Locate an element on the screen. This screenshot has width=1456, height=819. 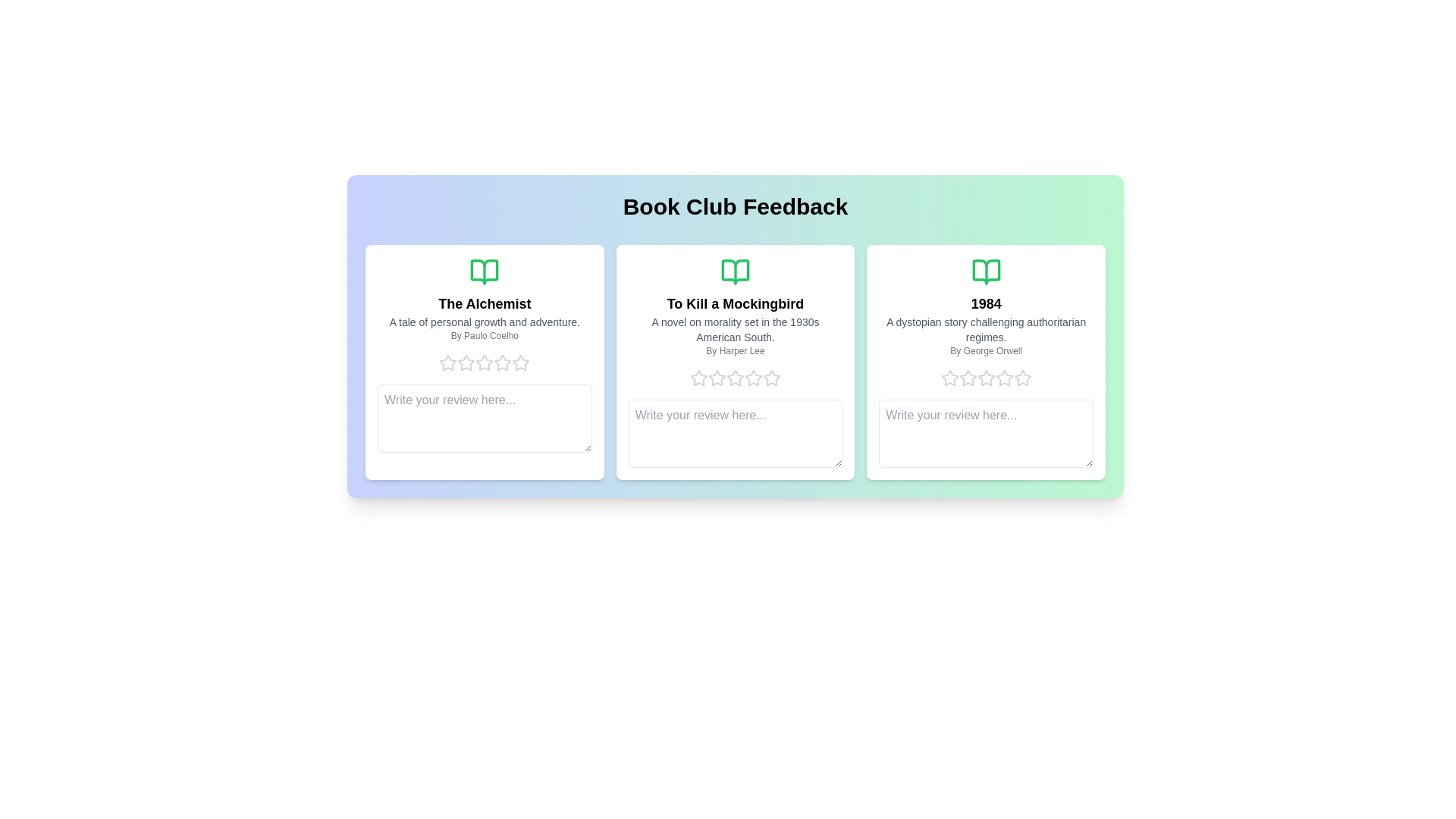
the fifth star in the row of five stars representing a rating option for 'To Kill a Mockingbird' is located at coordinates (753, 377).